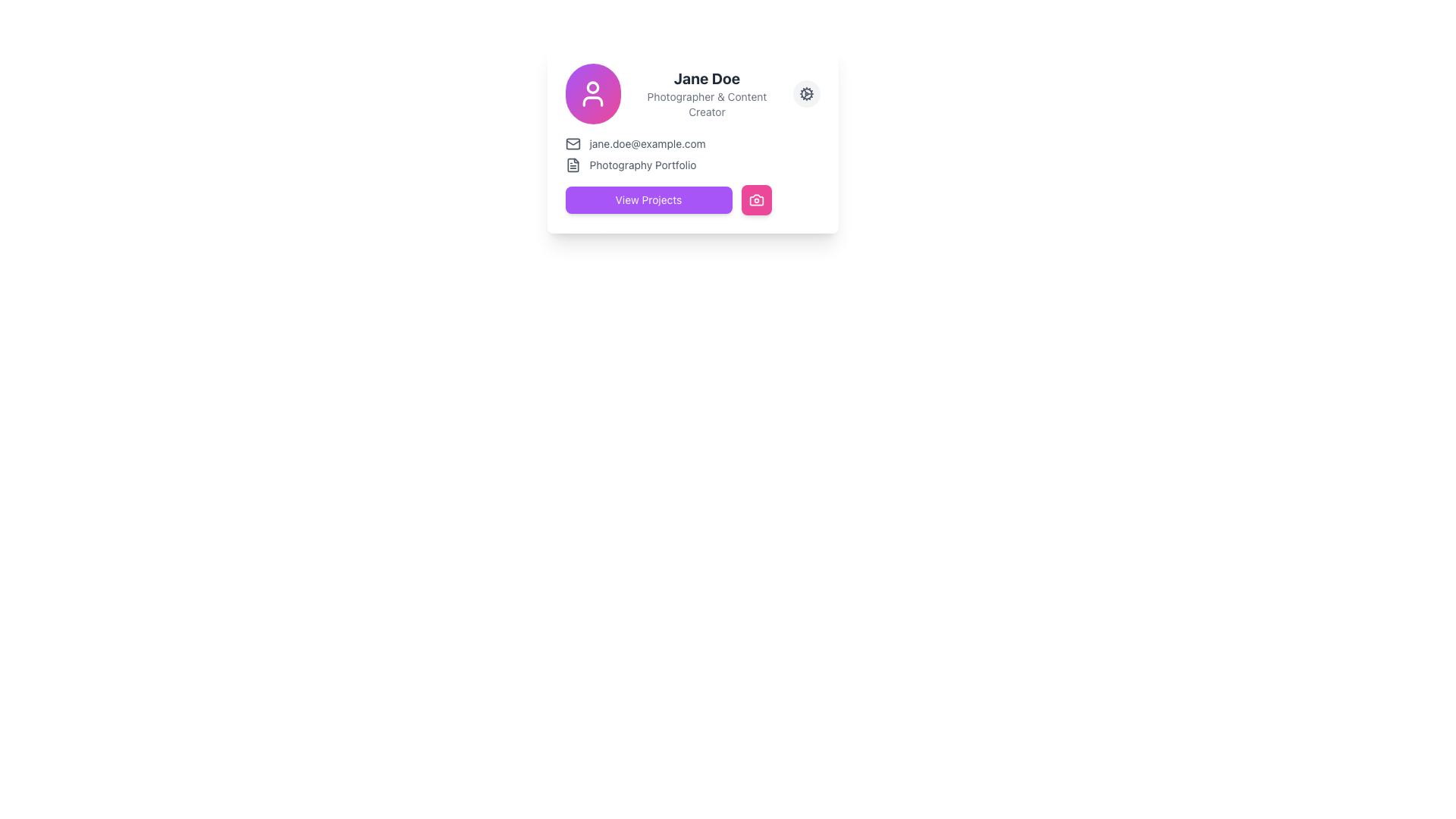  Describe the element at coordinates (643, 165) in the screenshot. I see `static text label located in the second row of the card, underneath the email address and to the right of a small document icon` at that location.